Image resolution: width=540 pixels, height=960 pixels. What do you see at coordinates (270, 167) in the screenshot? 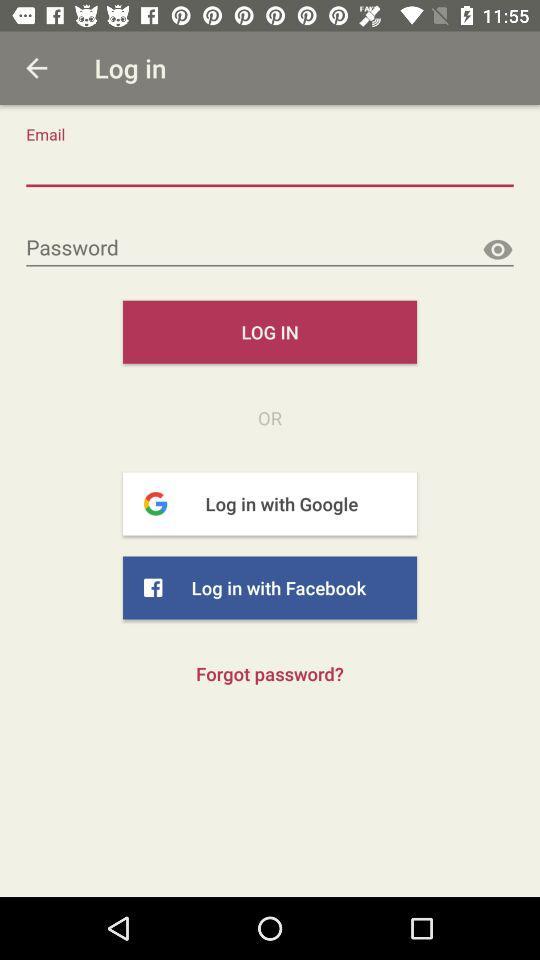
I see `email` at bounding box center [270, 167].